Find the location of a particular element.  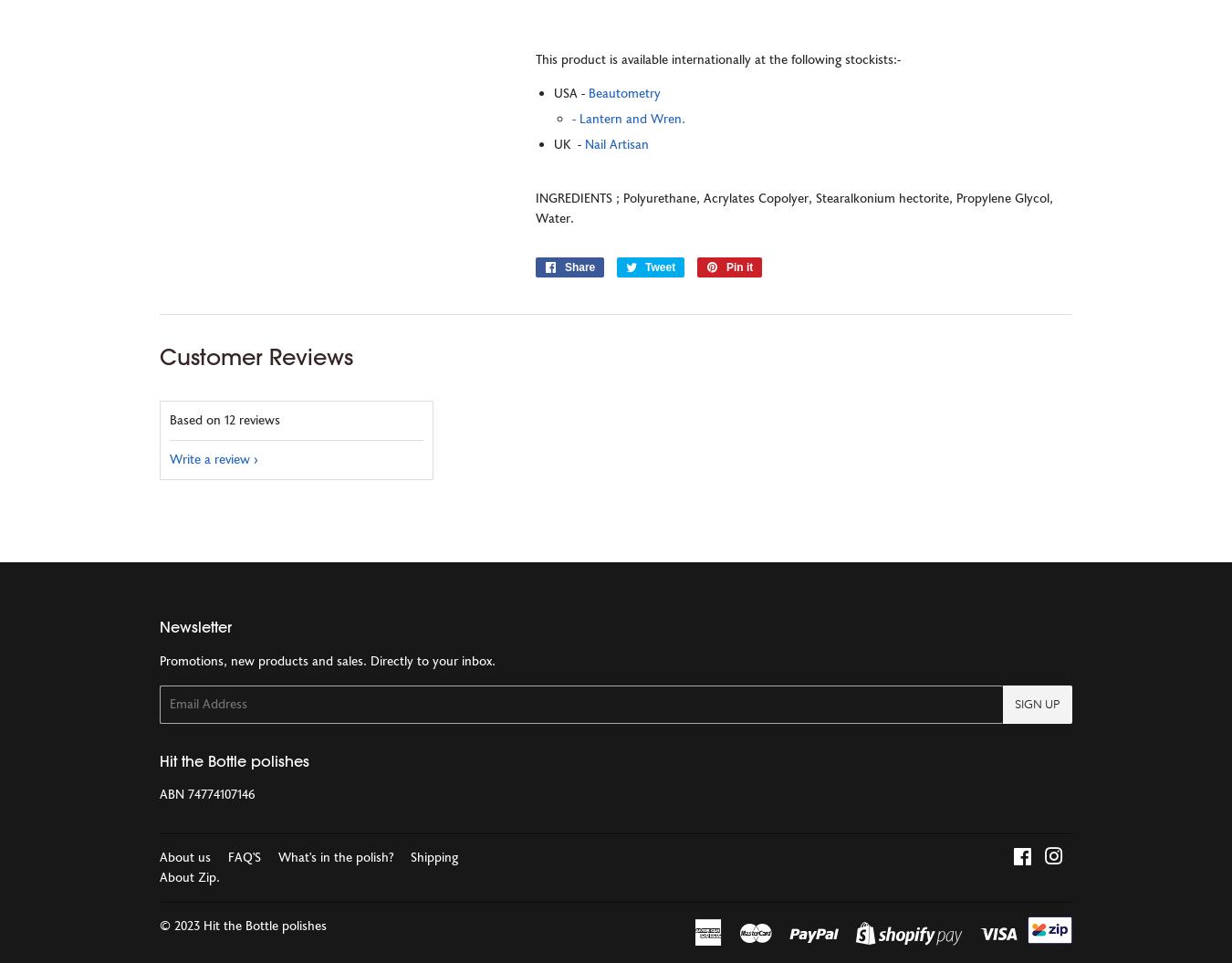

'Newsletter' is located at coordinates (159, 626).